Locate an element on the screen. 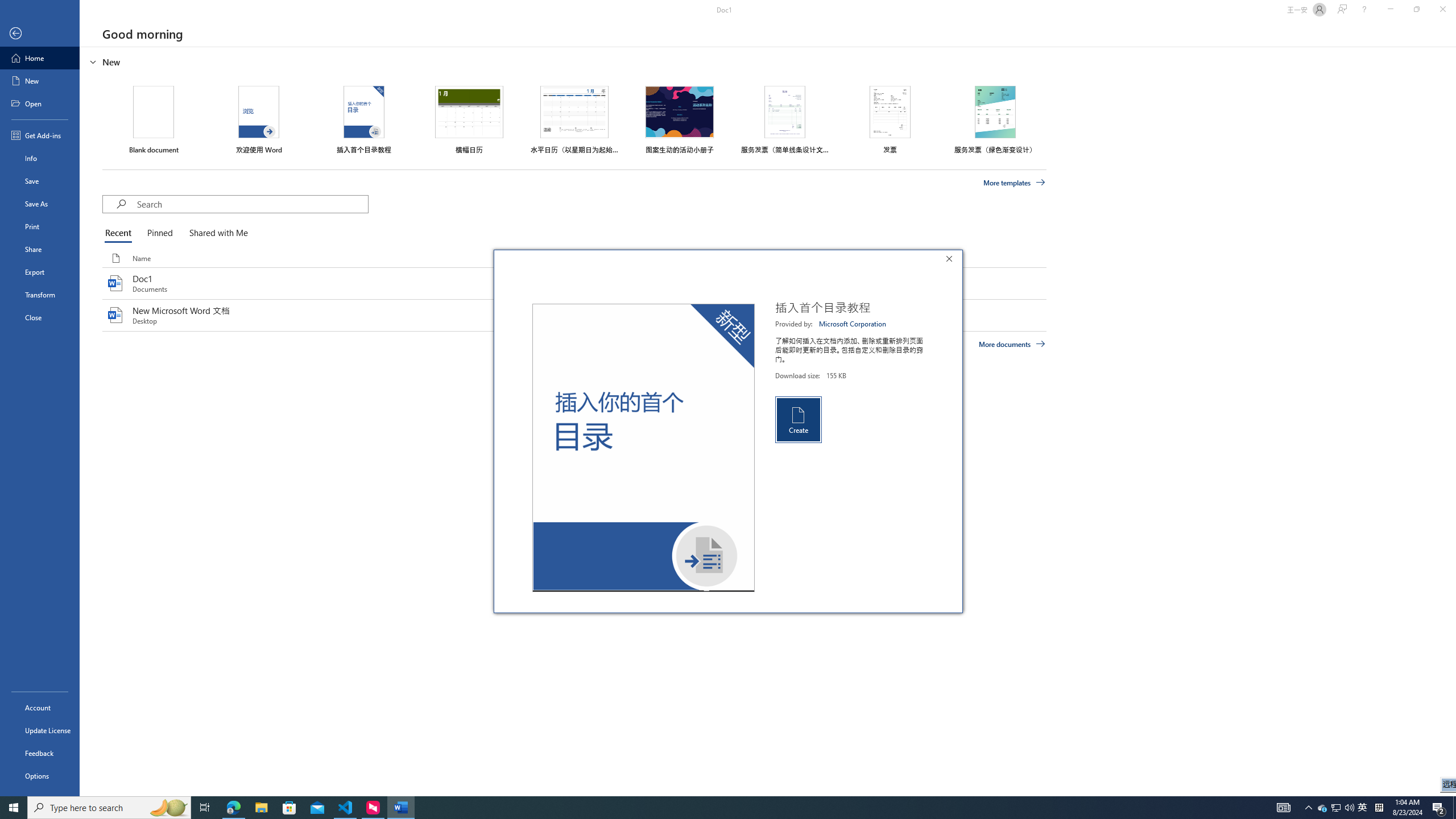 The height and width of the screenshot is (819, 1456). 'Account' is located at coordinates (39, 708).